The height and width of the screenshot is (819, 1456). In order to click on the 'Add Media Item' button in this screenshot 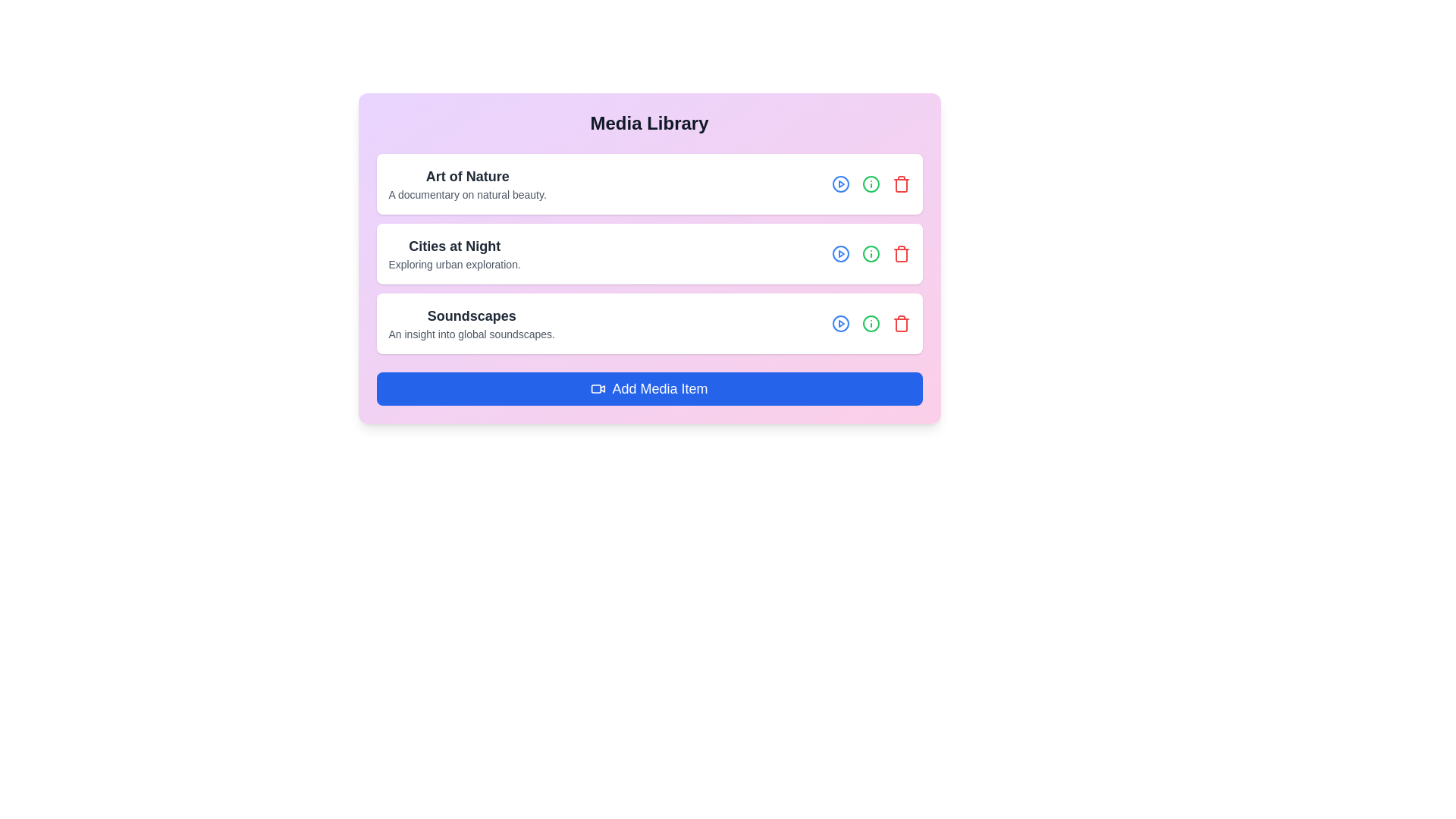, I will do `click(649, 388)`.